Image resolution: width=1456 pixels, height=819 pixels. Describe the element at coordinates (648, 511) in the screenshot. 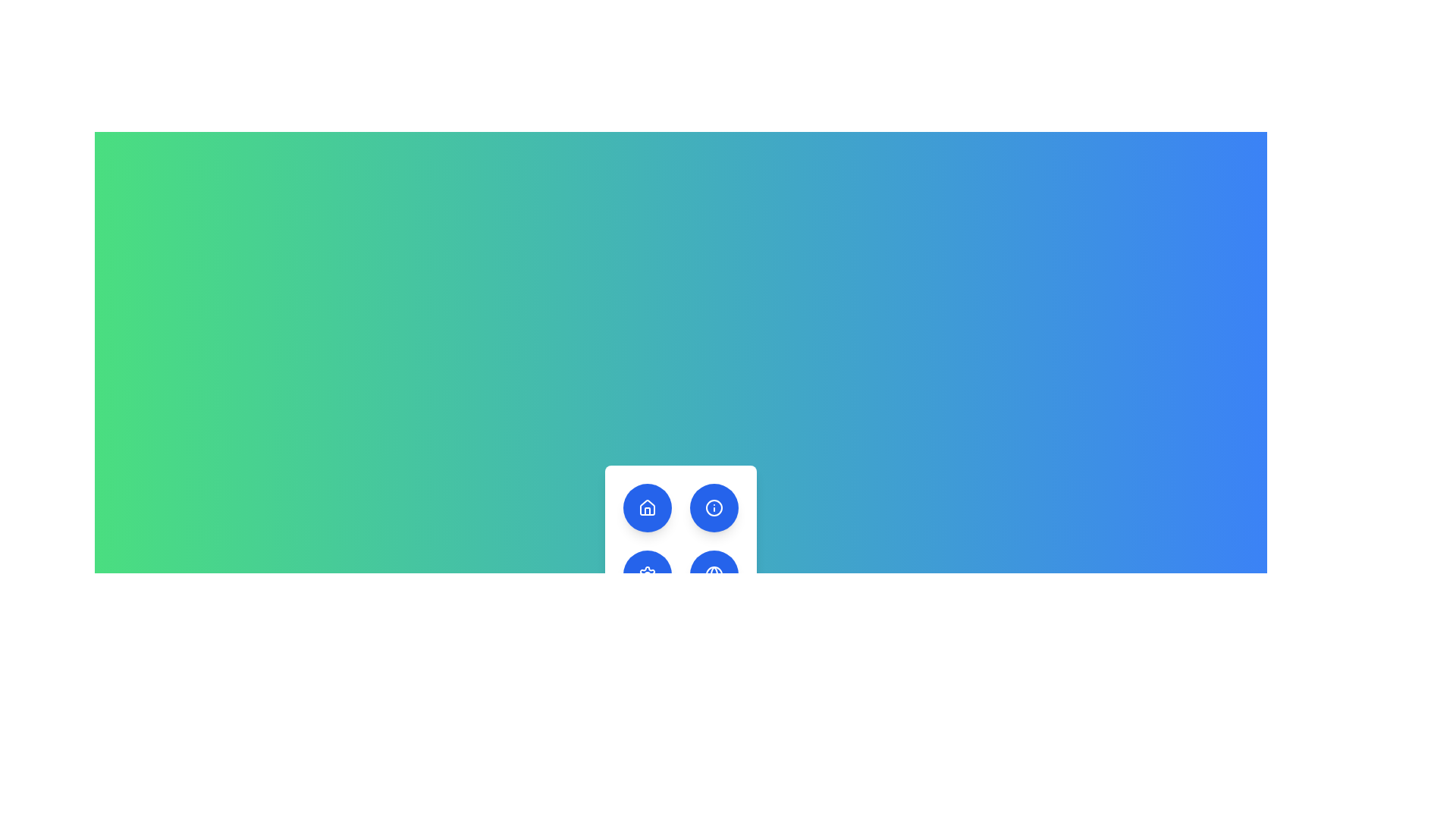

I see `the white house icon within the upper-left circular blue button in the 2x2 grid at the lower-central part of the interface` at that location.